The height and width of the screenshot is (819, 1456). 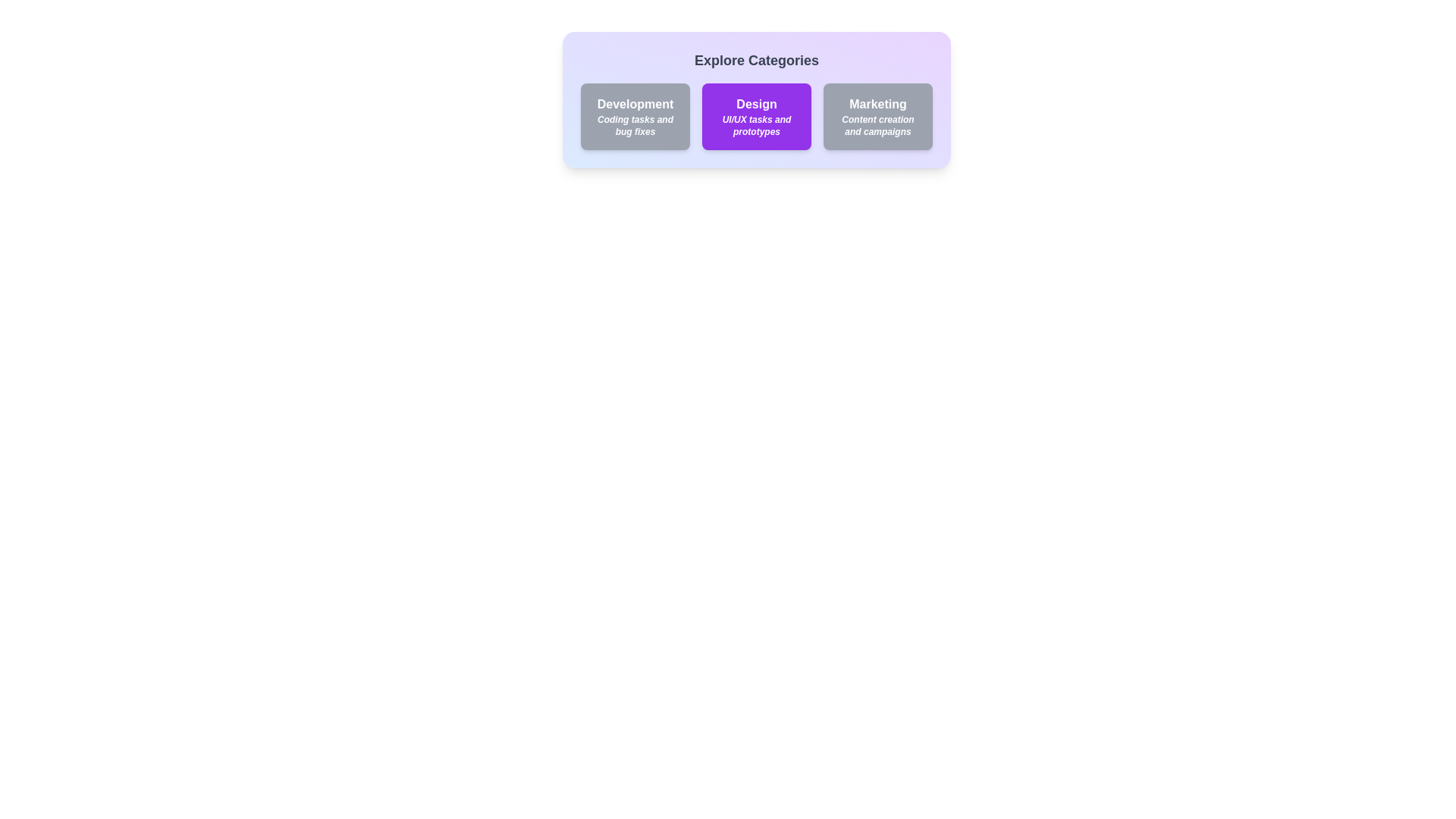 I want to click on the chip labeled Design to observe hover effects, so click(x=757, y=116).